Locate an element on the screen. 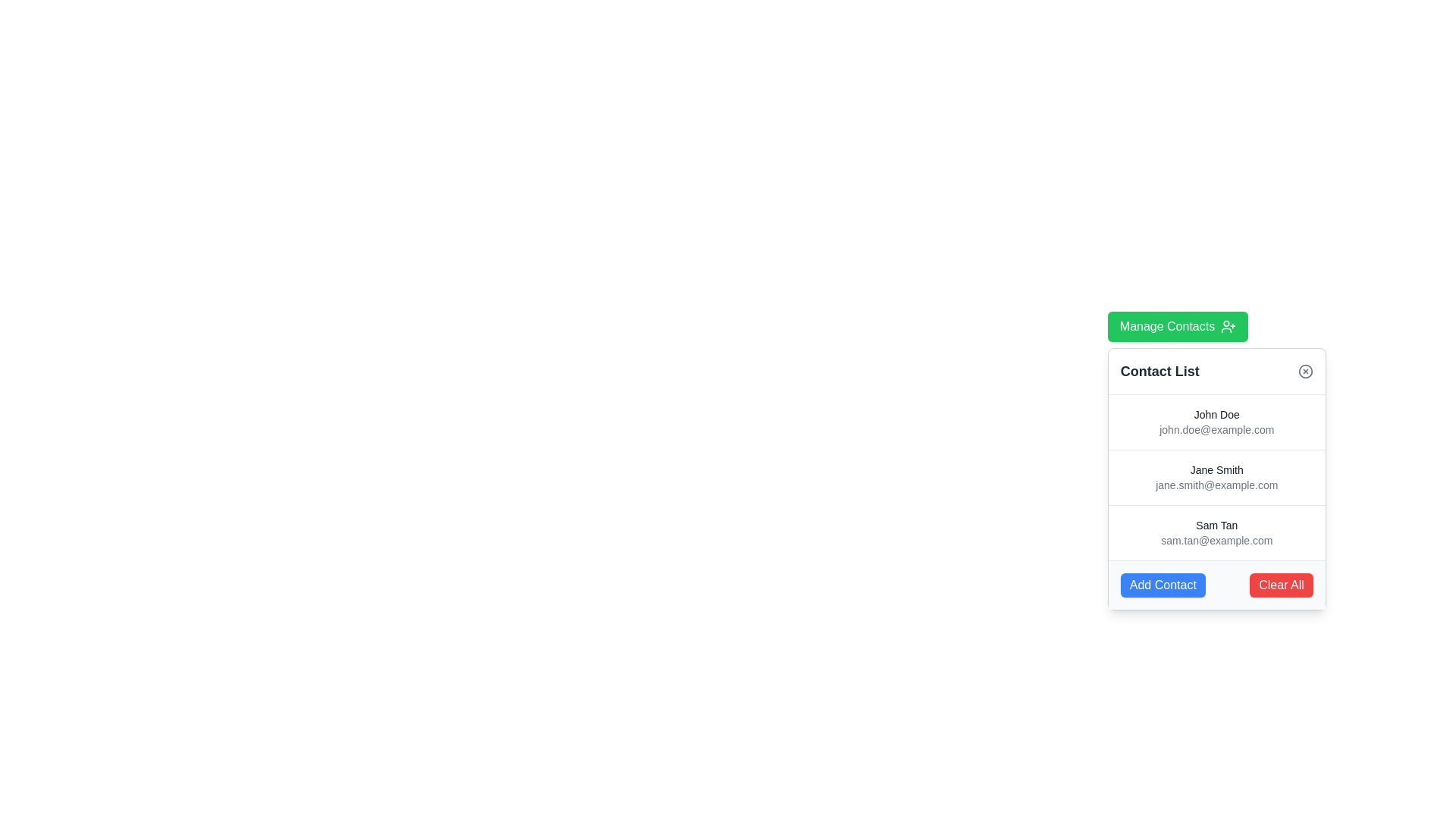  the 'add user' icon in the green 'Manage Contacts' button located at the top right of the contact management interface is located at coordinates (1228, 326).